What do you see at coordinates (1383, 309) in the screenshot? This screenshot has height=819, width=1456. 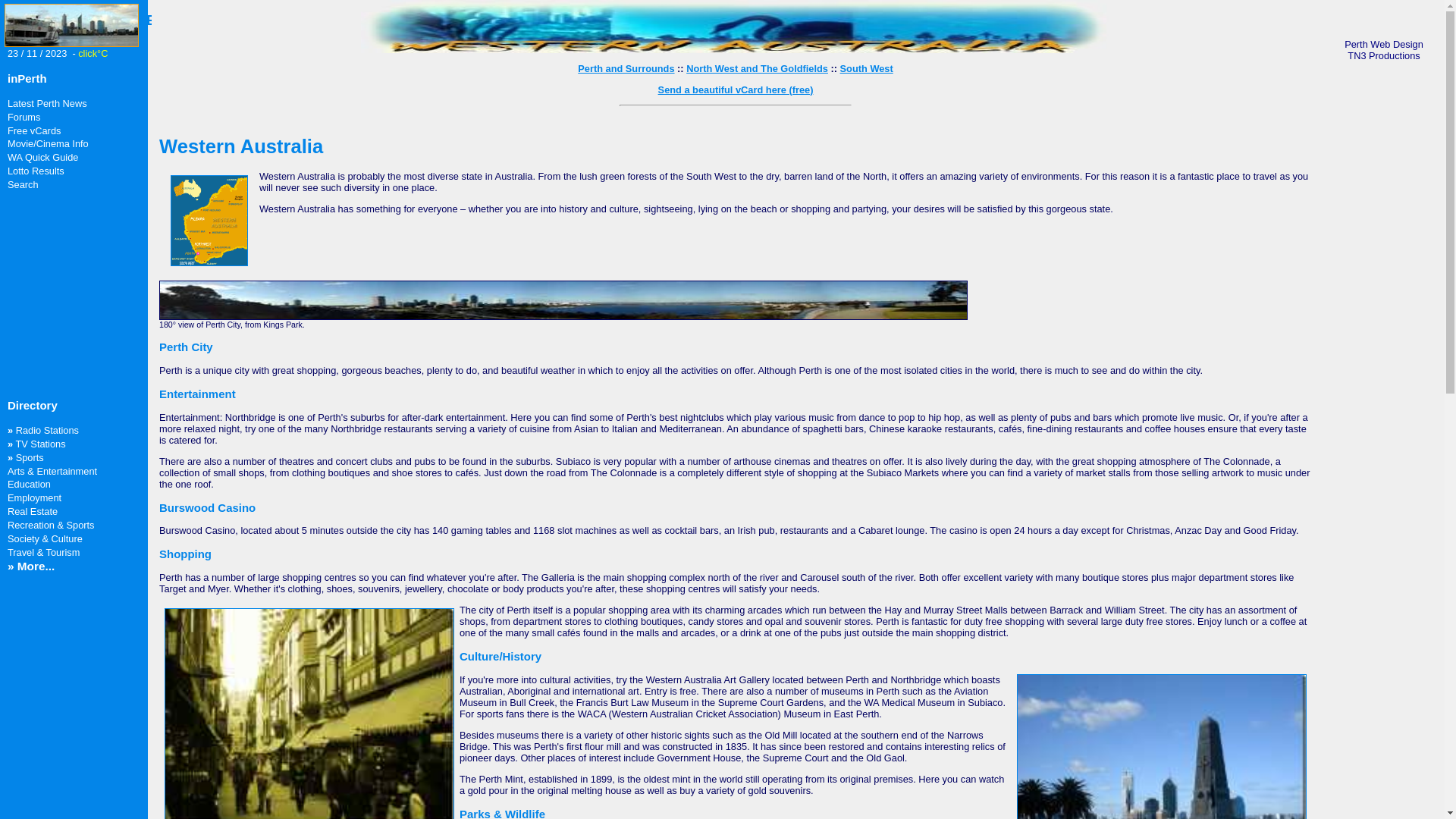 I see `'Advertisement'` at bounding box center [1383, 309].